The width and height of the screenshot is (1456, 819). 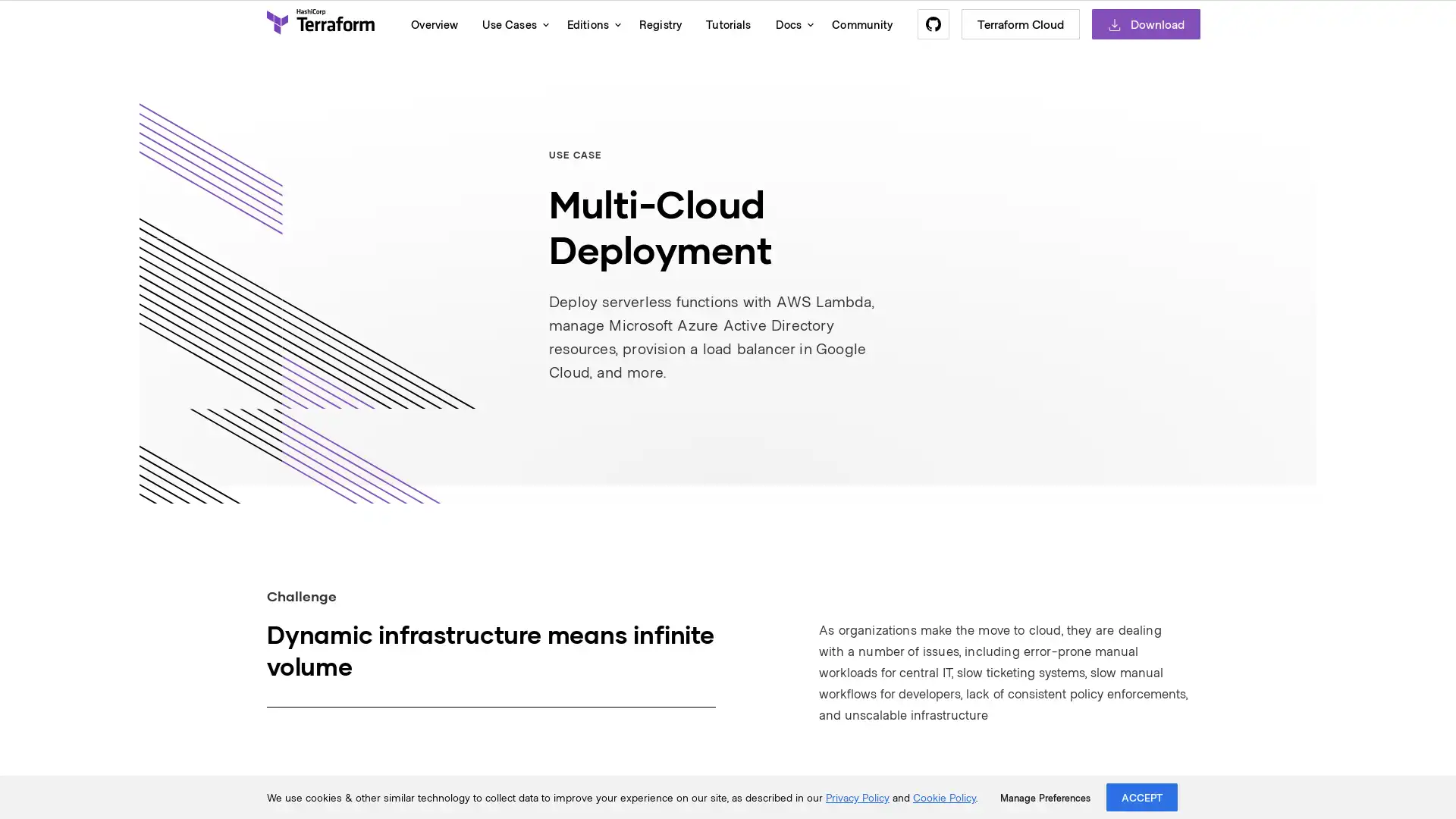 I want to click on ACCEPT, so click(x=1142, y=796).